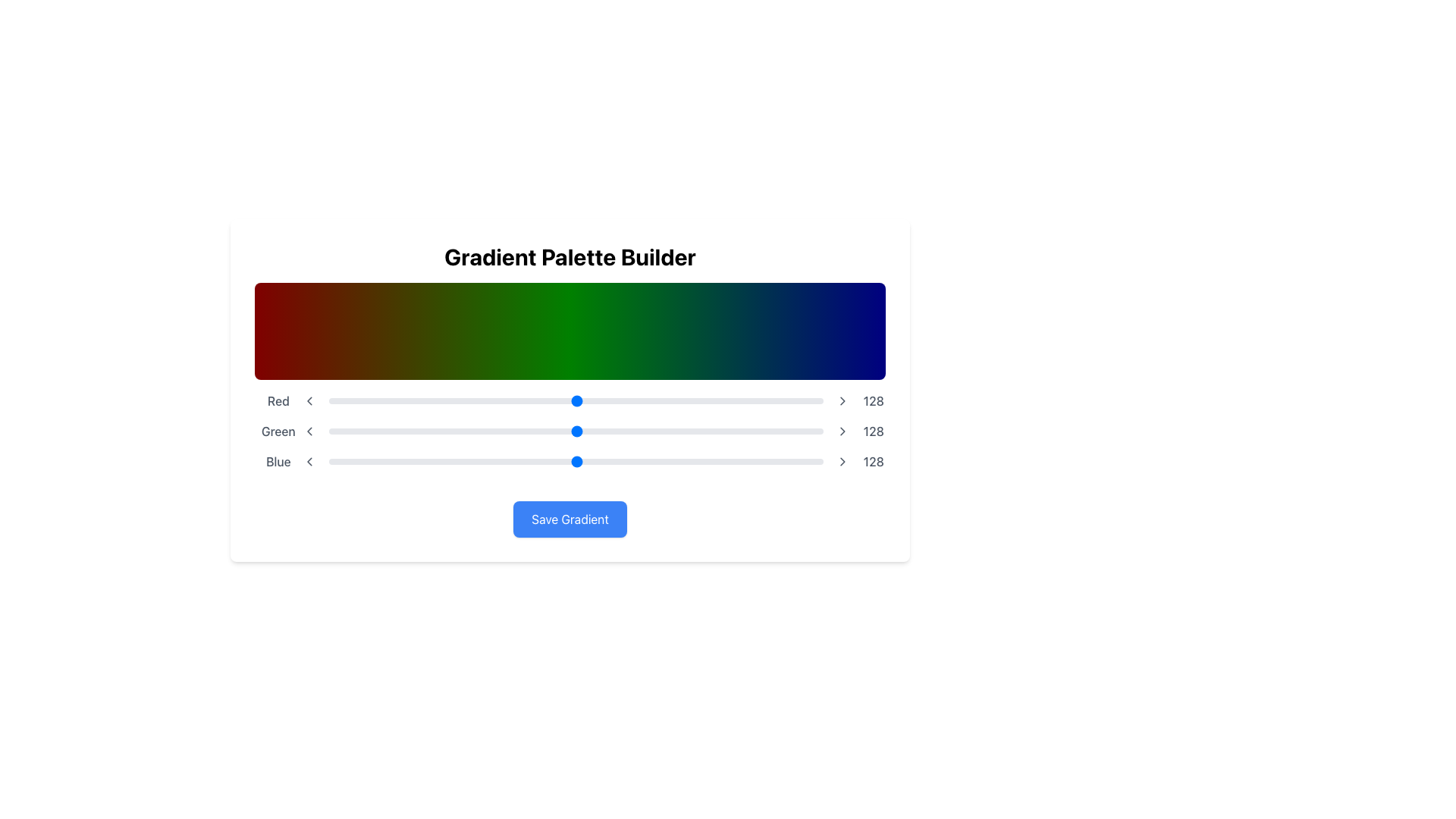  I want to click on the left-pointing chevron button next to the 'Green' label to observe its styling changes, so click(309, 431).